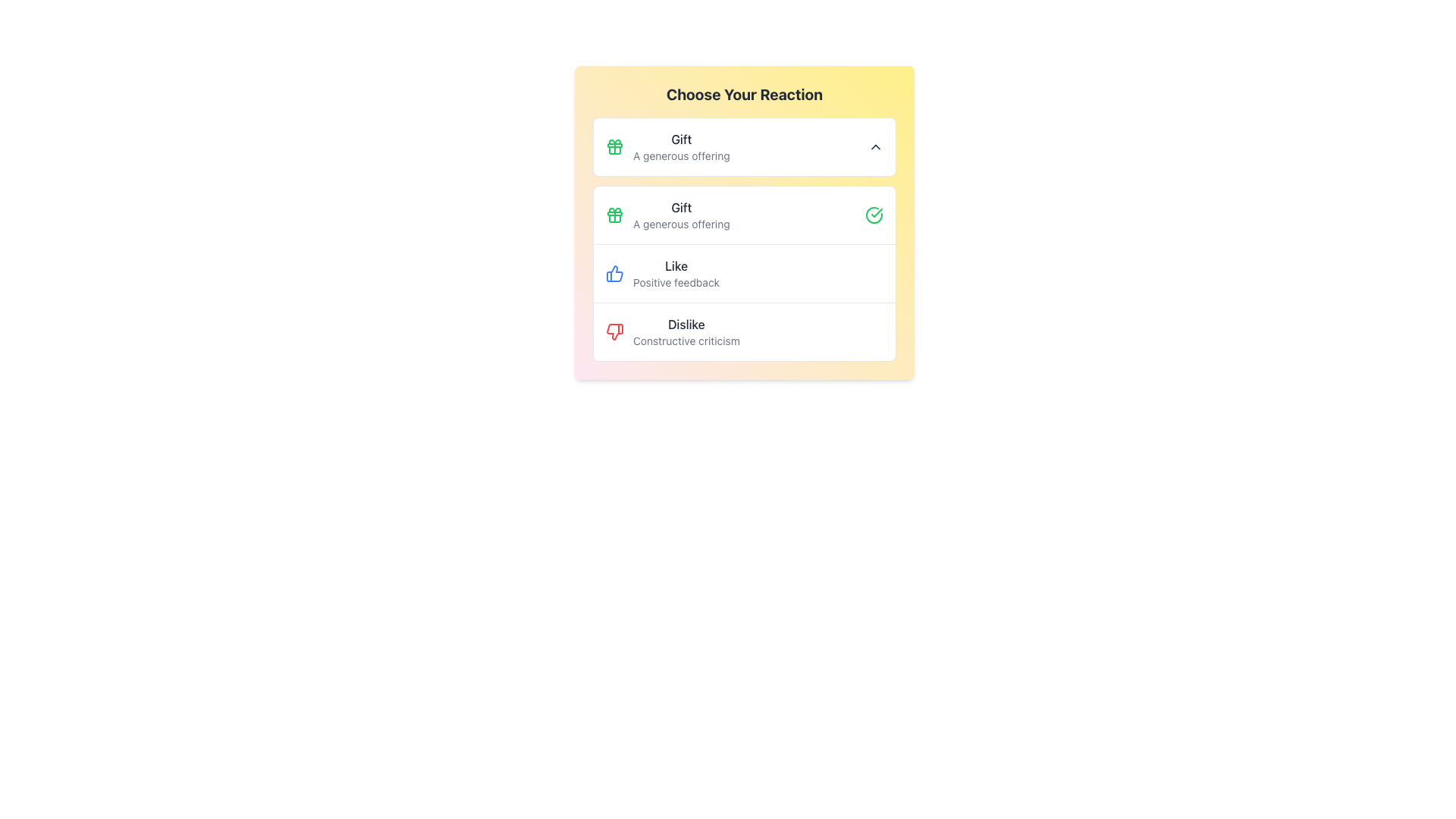 The height and width of the screenshot is (819, 1456). Describe the element at coordinates (615, 274) in the screenshot. I see `the 'Like' graphic icon located in the leftmost area of the reaction menu, which visually precedes the text labels 'Like' and 'Positive feedback'` at that location.